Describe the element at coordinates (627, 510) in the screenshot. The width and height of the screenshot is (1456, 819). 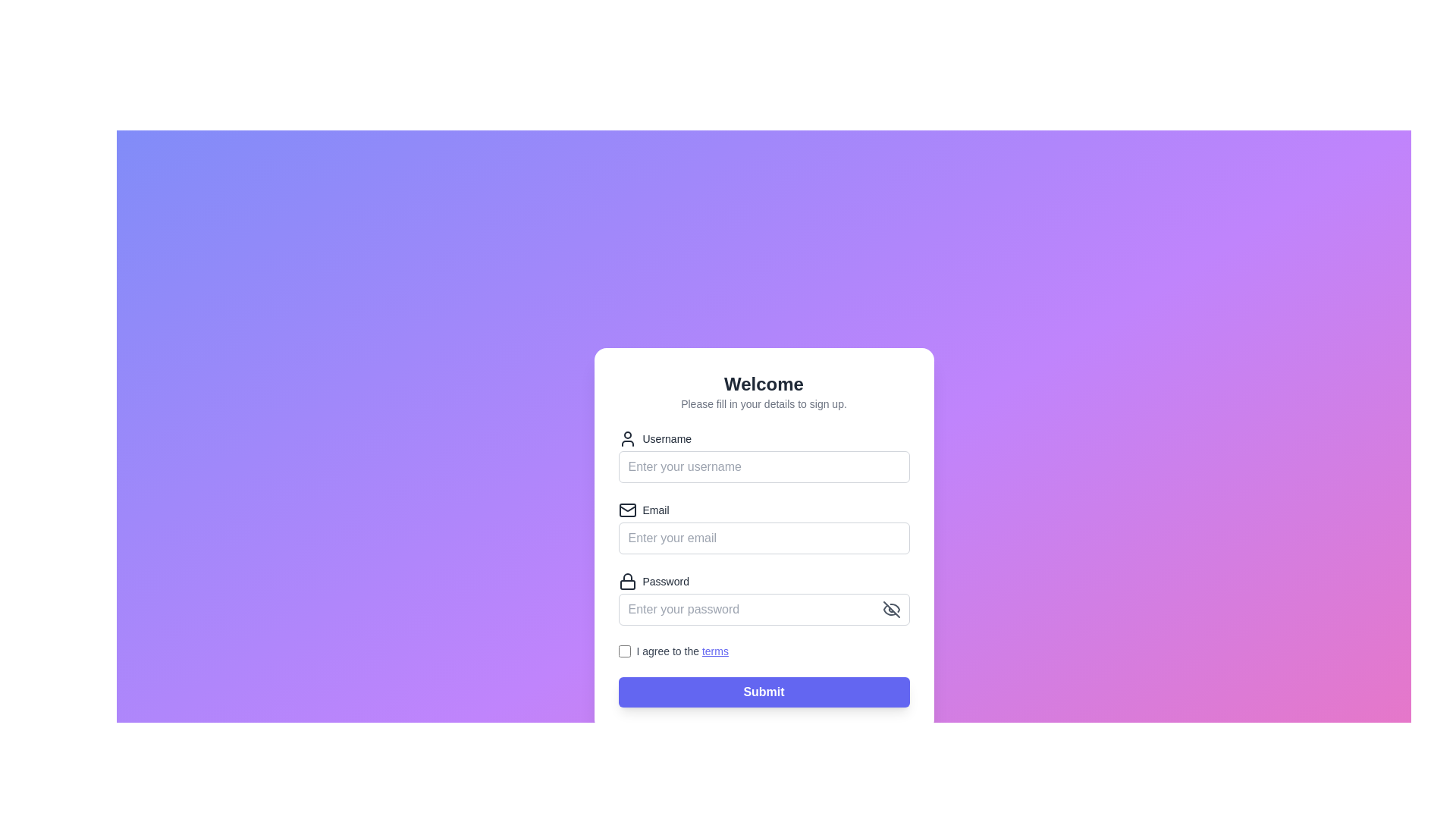
I see `the decorative SVG mail icon, which is a rectangular shape with rounded corners, located adjacent to the 'Email' label on the form` at that location.